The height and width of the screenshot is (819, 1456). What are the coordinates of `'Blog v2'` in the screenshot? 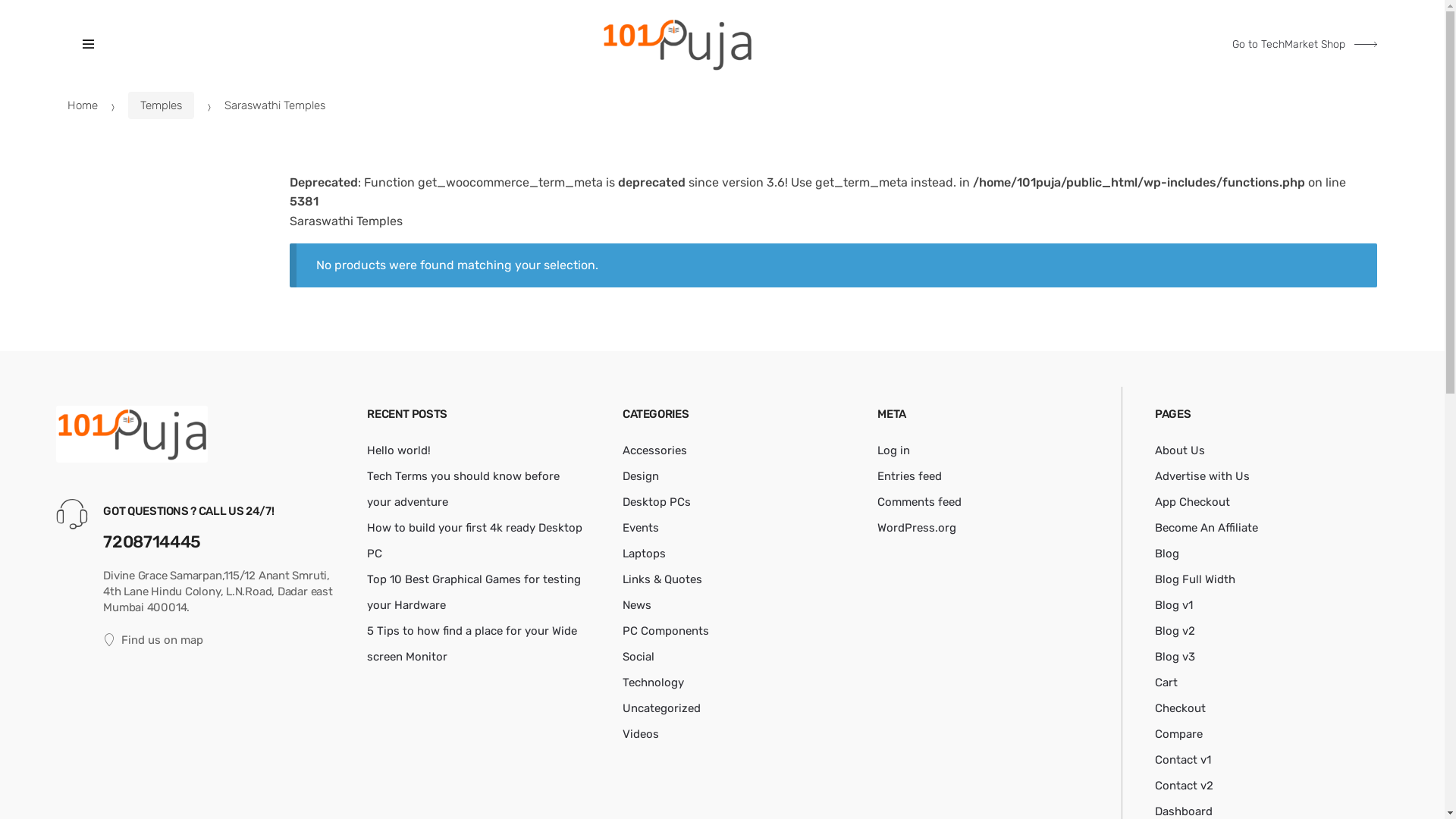 It's located at (1174, 631).